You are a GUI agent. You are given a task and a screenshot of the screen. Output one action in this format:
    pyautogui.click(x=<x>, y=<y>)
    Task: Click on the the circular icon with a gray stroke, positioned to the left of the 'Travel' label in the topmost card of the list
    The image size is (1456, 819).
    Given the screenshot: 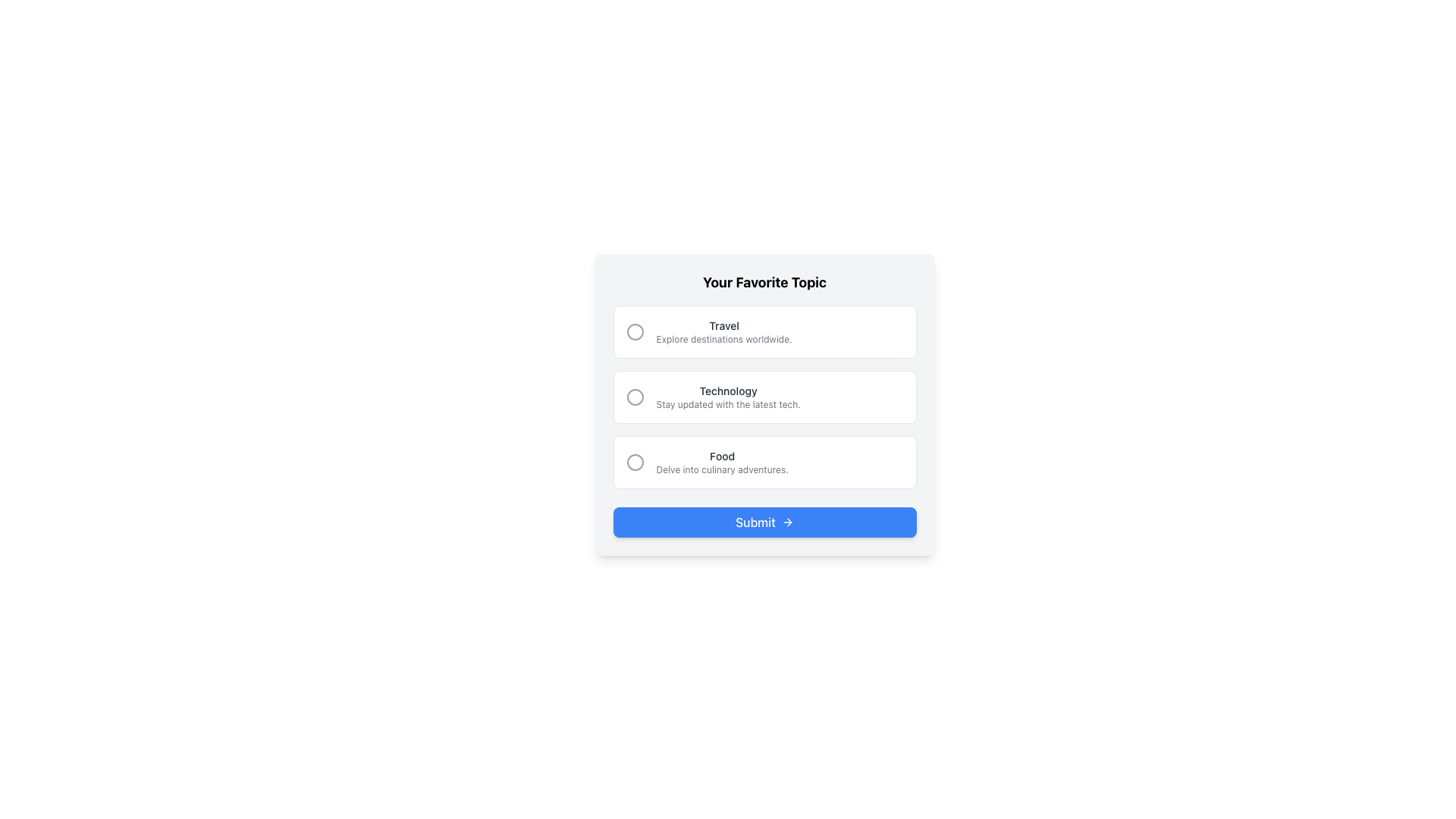 What is the action you would take?
    pyautogui.click(x=635, y=331)
    